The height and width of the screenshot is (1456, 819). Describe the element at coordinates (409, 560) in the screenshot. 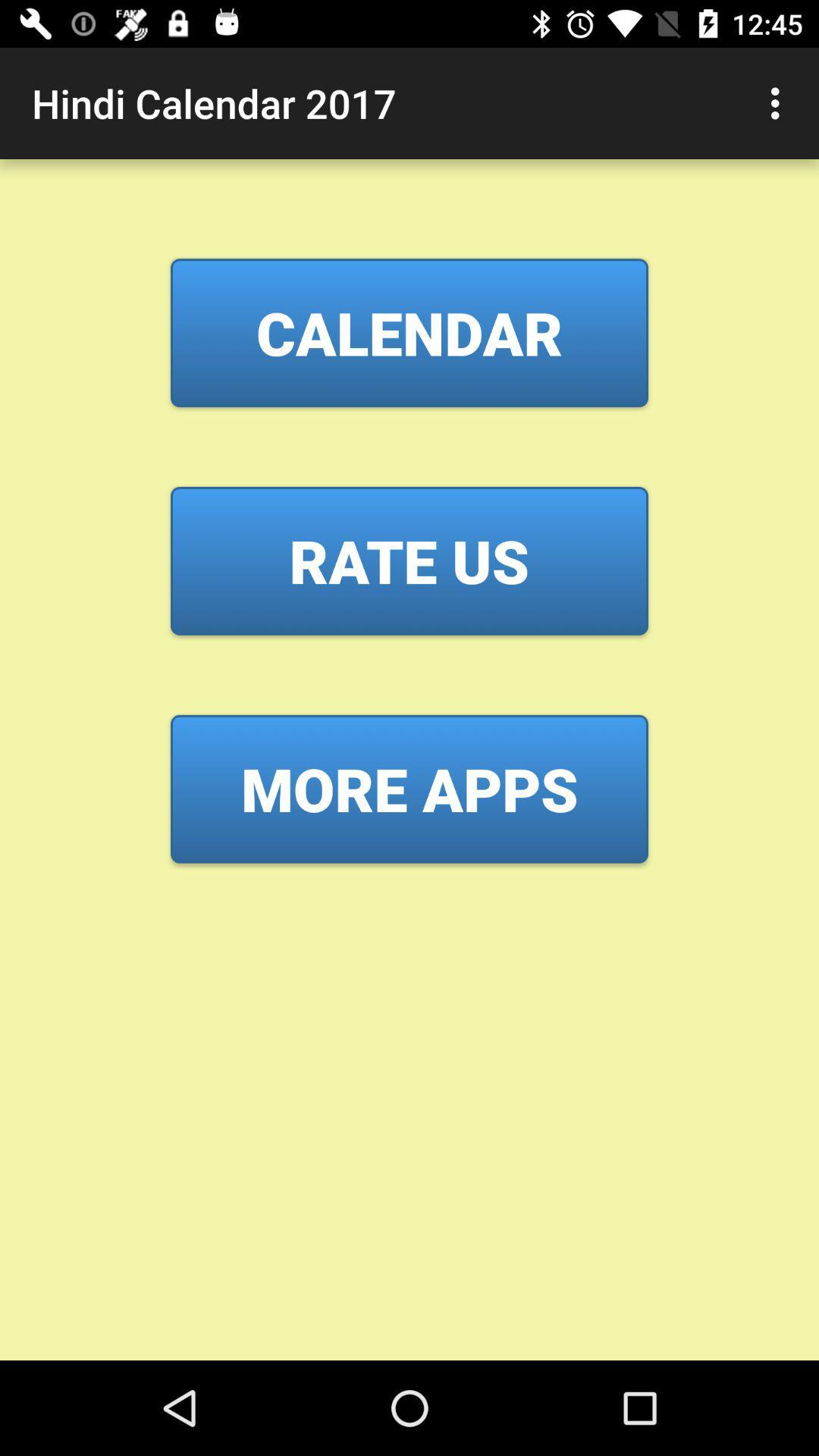

I see `the rate us item` at that location.